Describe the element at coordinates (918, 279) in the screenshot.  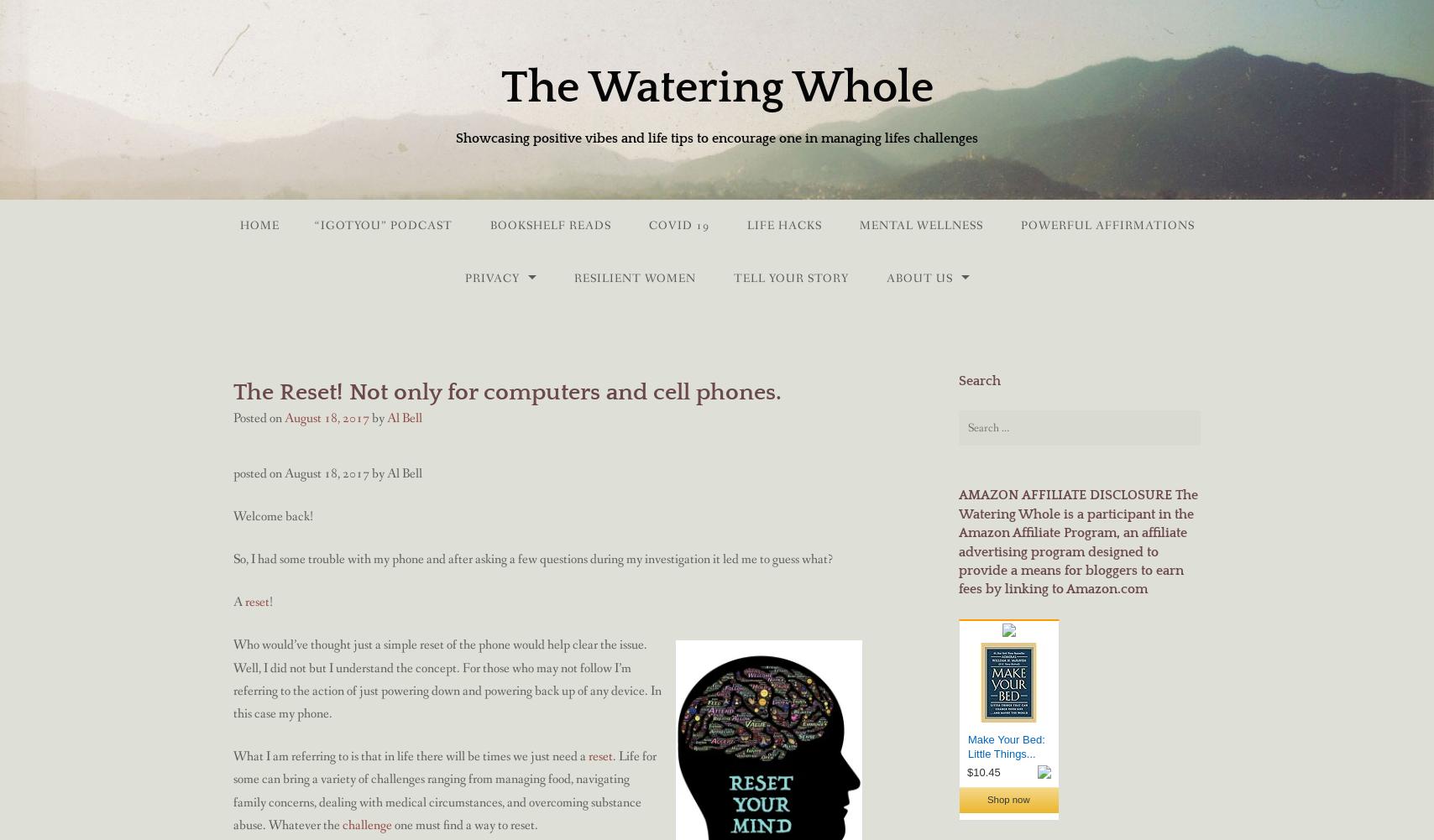
I see `'About Us'` at that location.